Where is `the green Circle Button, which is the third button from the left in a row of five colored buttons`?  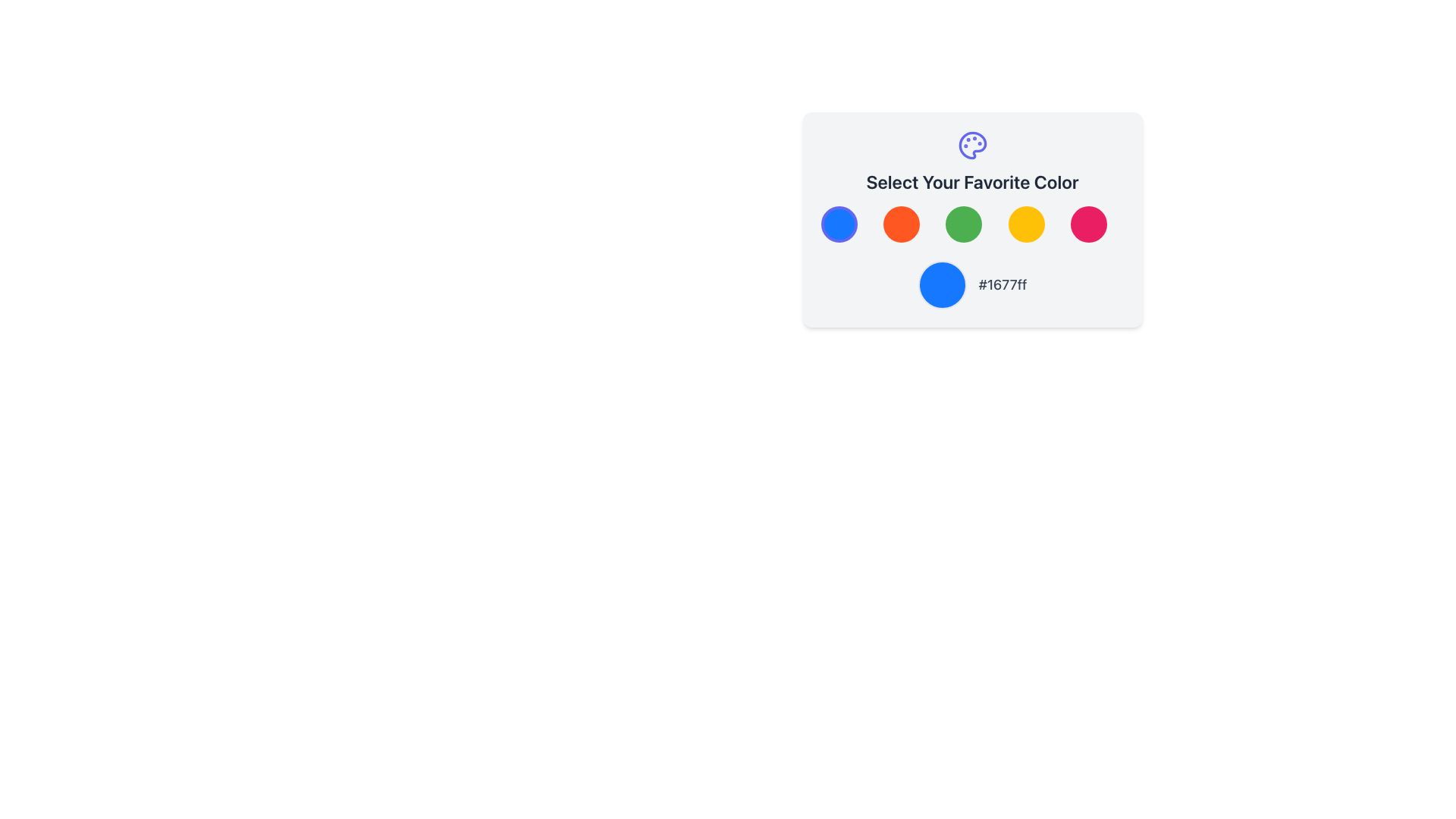 the green Circle Button, which is the third button from the left in a row of five colored buttons is located at coordinates (972, 219).